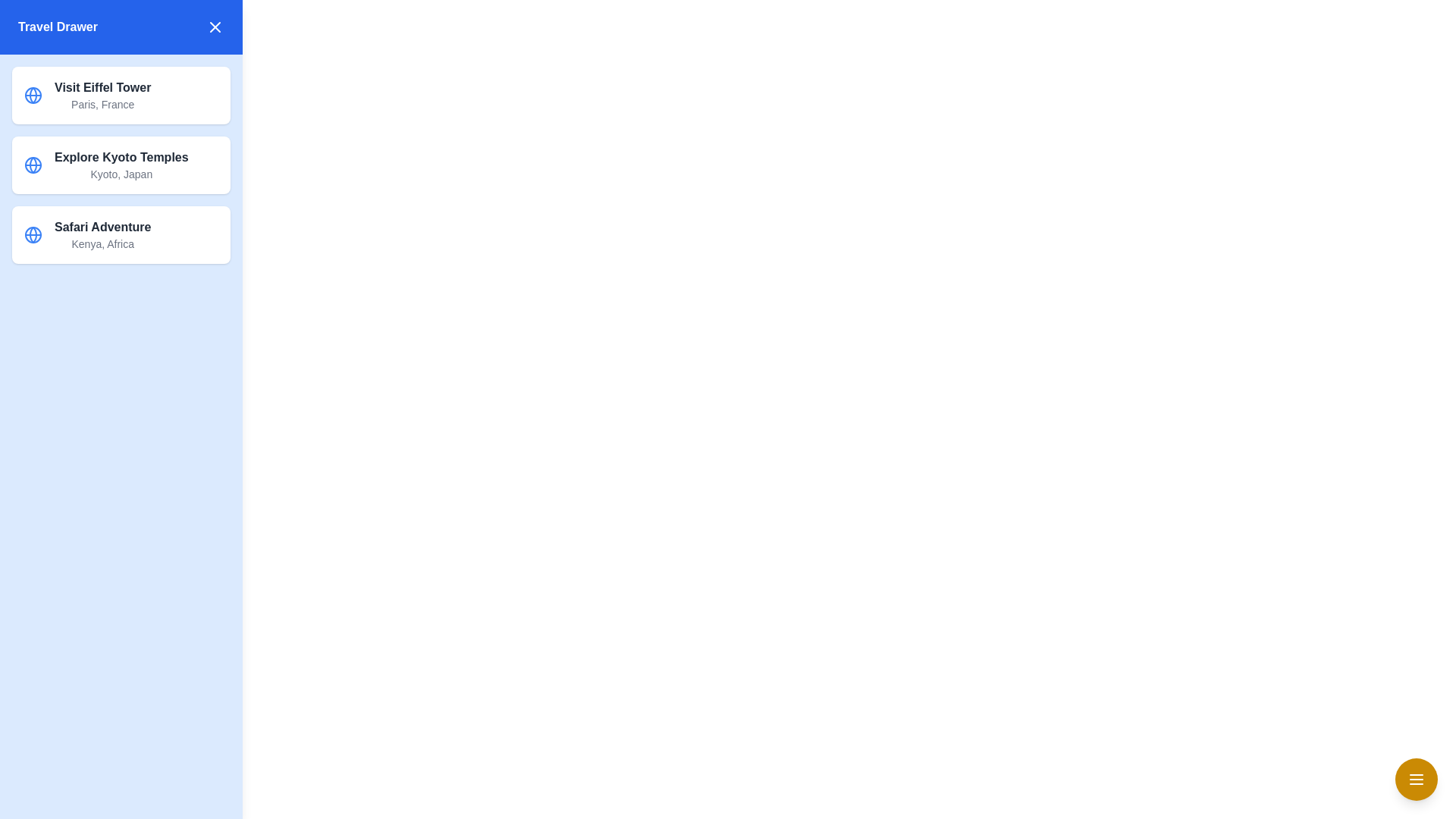 The width and height of the screenshot is (1456, 819). I want to click on the text label displaying 'Kyoto, Japan' located in the sidebar titled 'Travel Drawer' under the heading 'Explore Kyoto Temples.', so click(121, 174).